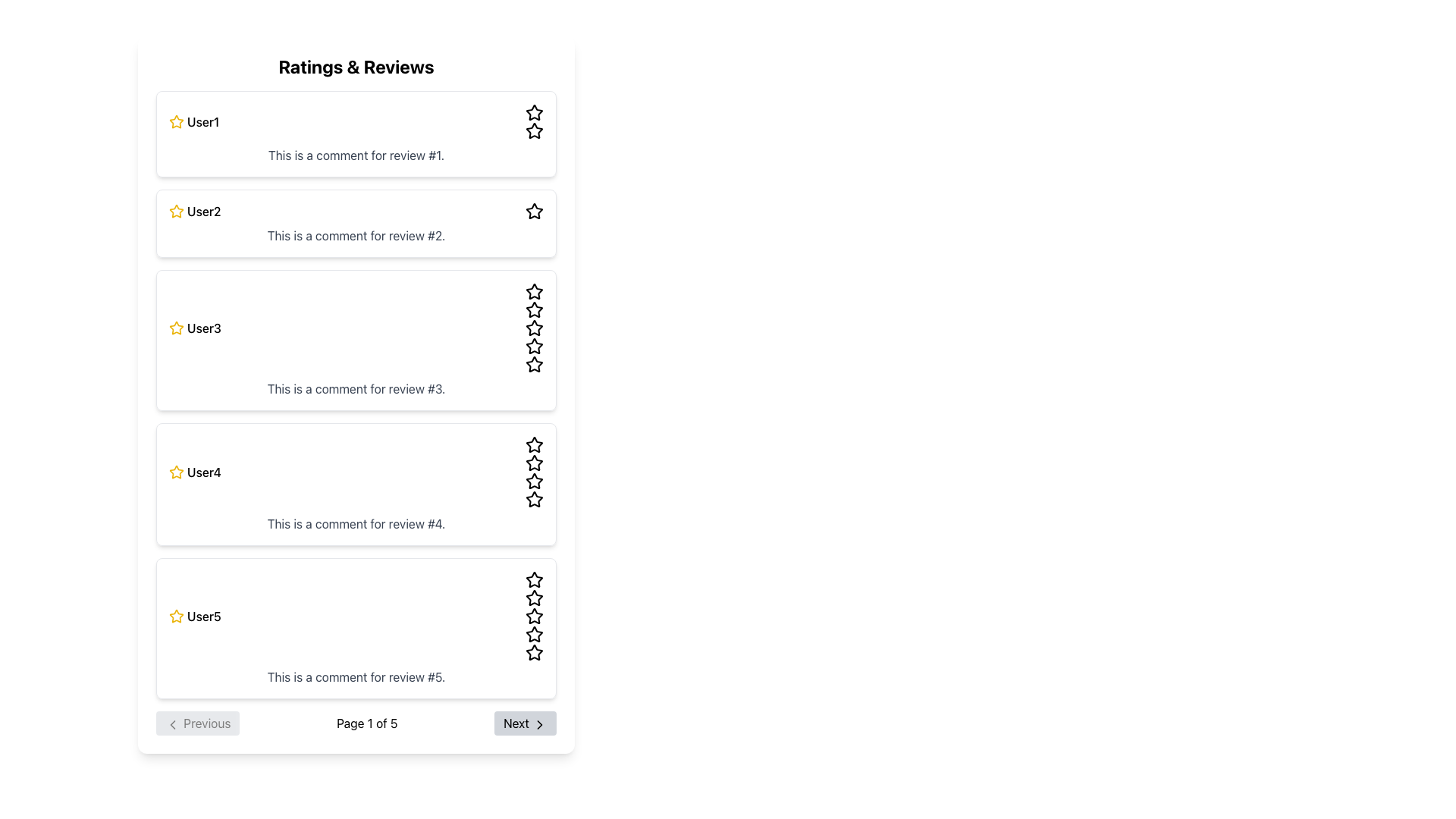 The height and width of the screenshot is (819, 1456). Describe the element at coordinates (172, 723) in the screenshot. I see `the leftwards chevron icon in the bottom-left corner of the interface` at that location.